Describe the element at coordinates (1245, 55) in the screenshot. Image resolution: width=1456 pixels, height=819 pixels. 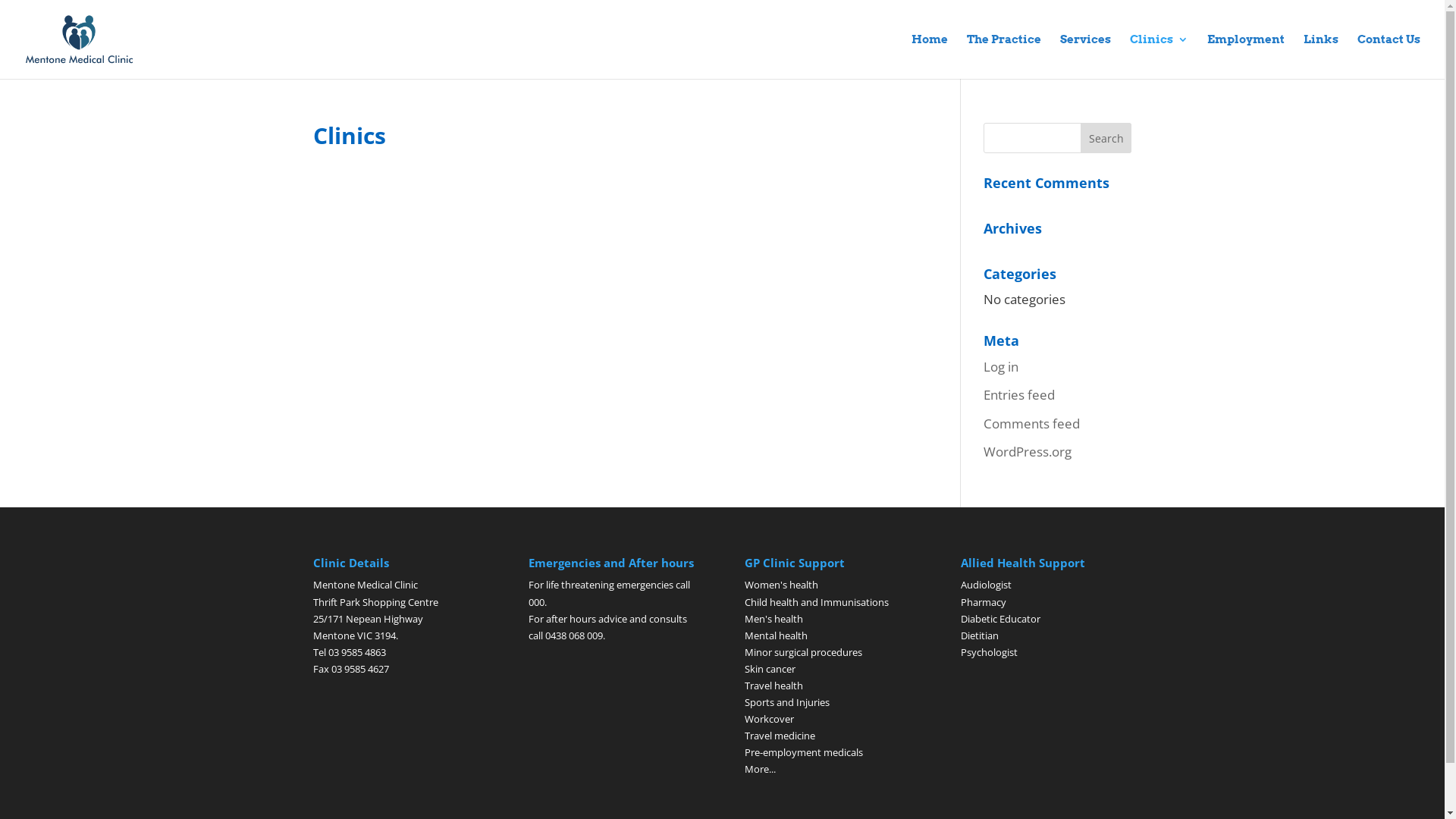
I see `'Employment'` at that location.